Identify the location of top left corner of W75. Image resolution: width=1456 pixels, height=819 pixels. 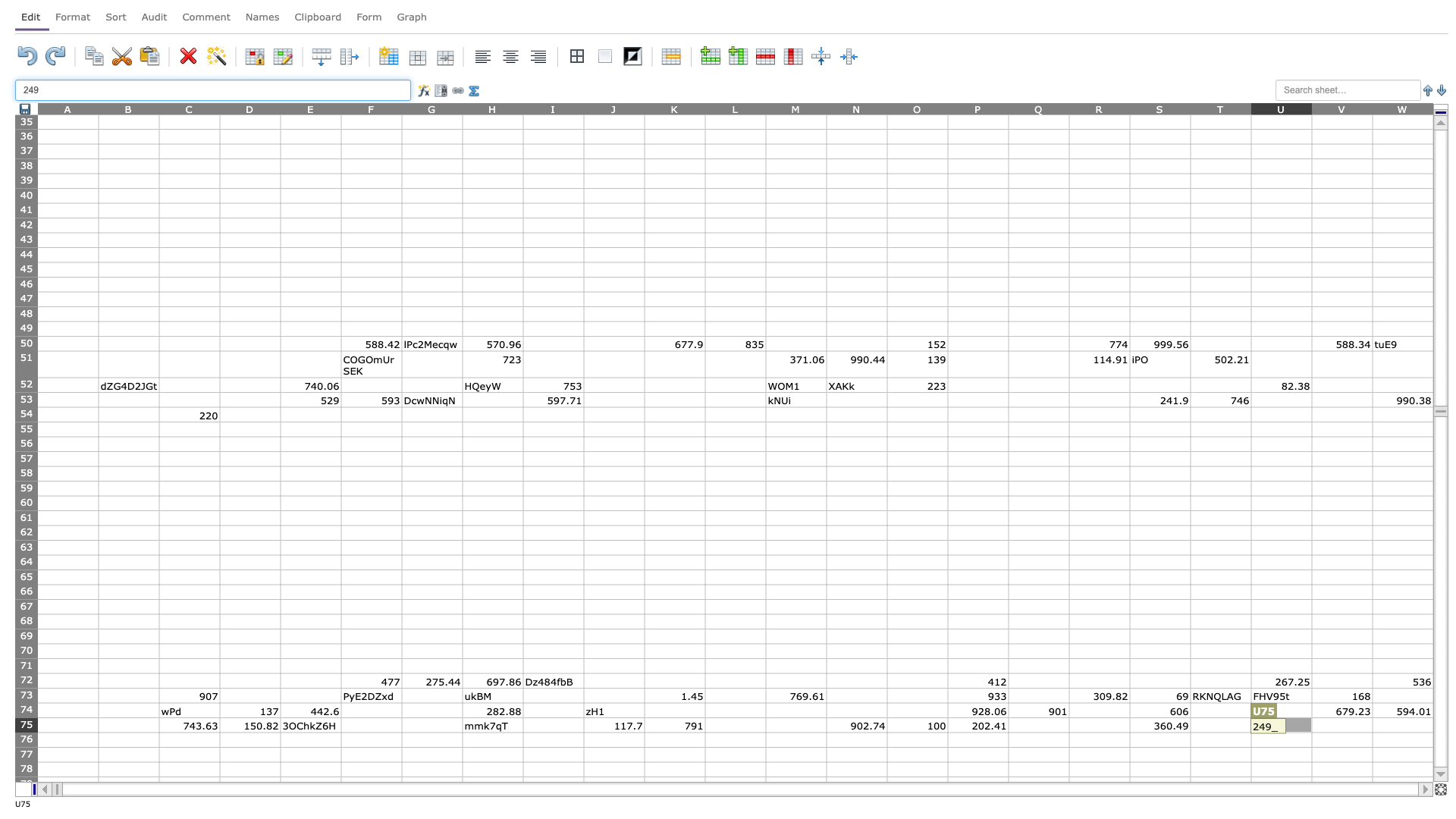
(1372, 717).